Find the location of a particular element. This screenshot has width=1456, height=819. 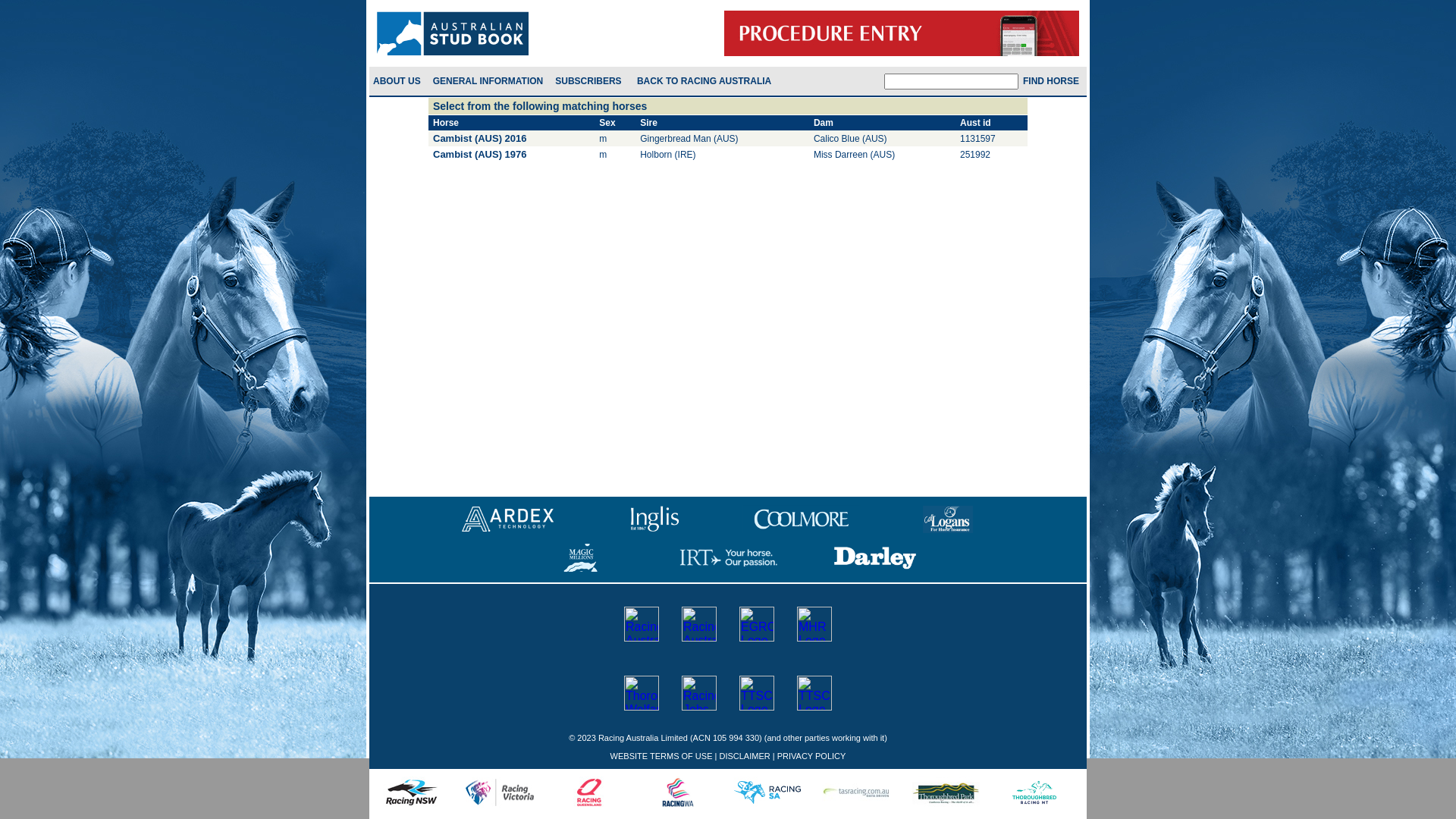

'GENERAL INFORMATION' is located at coordinates (490, 81).